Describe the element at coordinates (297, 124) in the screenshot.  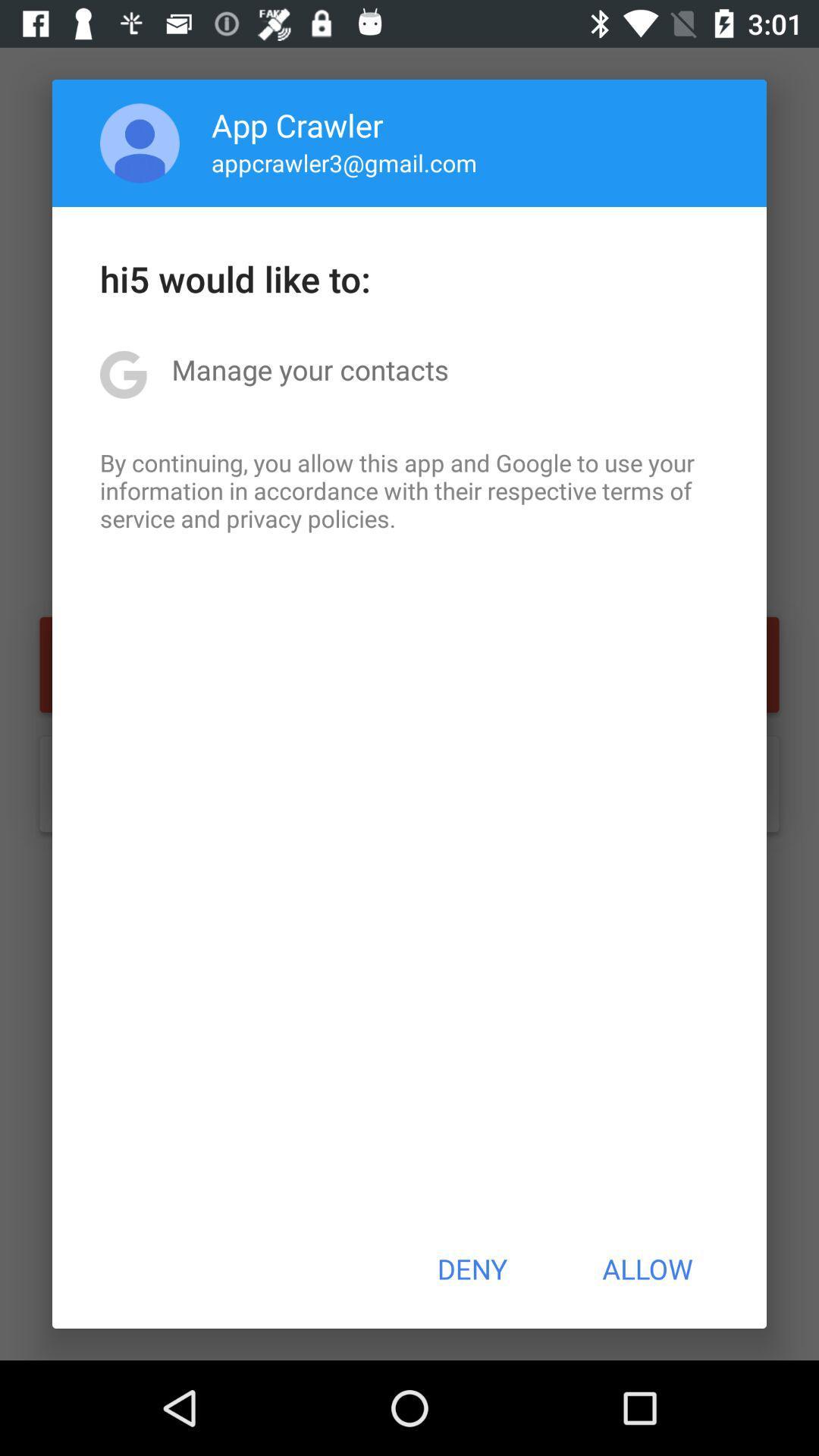
I see `app crawler` at that location.